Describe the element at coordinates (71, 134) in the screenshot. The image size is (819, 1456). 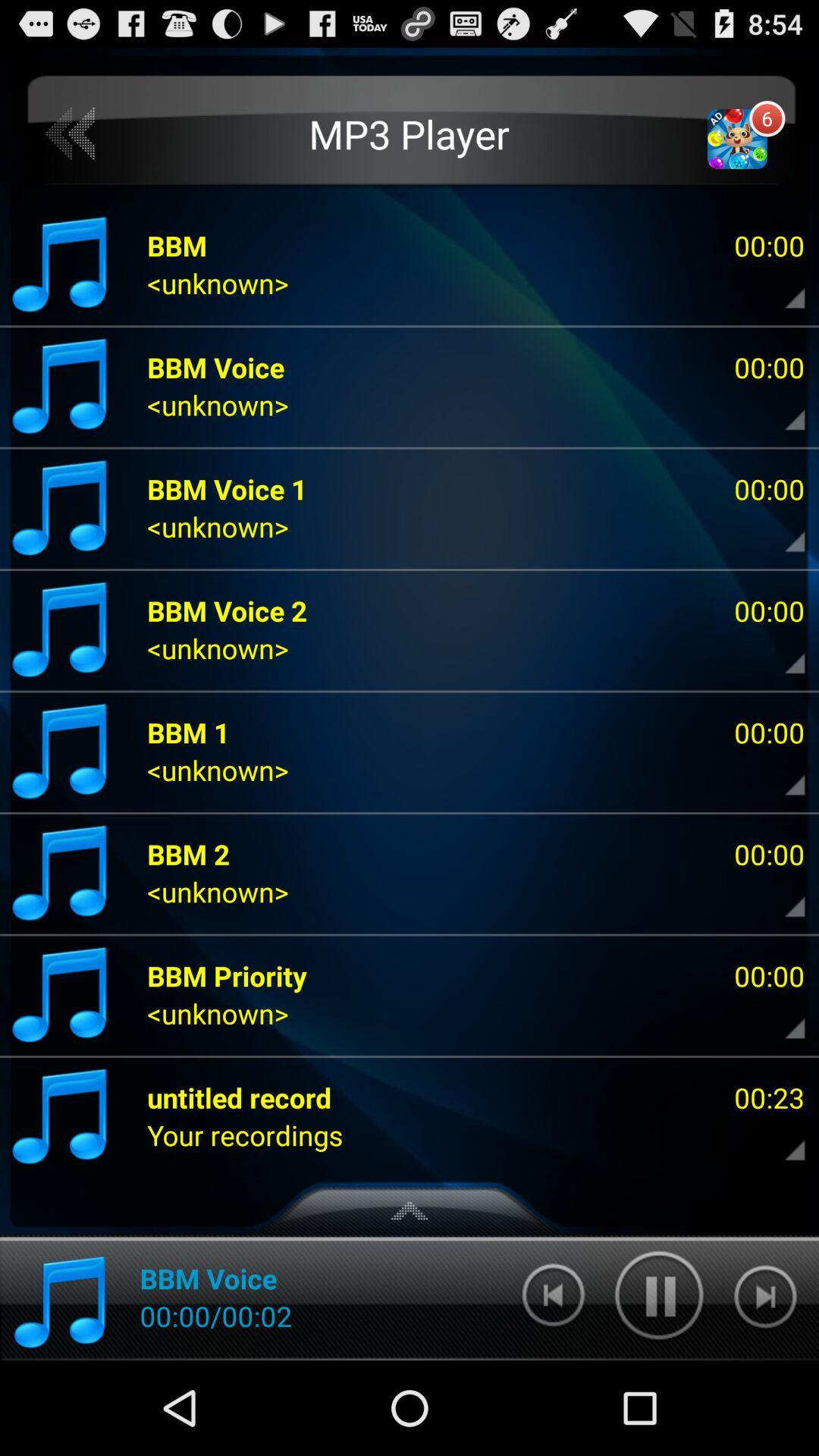
I see `go back` at that location.